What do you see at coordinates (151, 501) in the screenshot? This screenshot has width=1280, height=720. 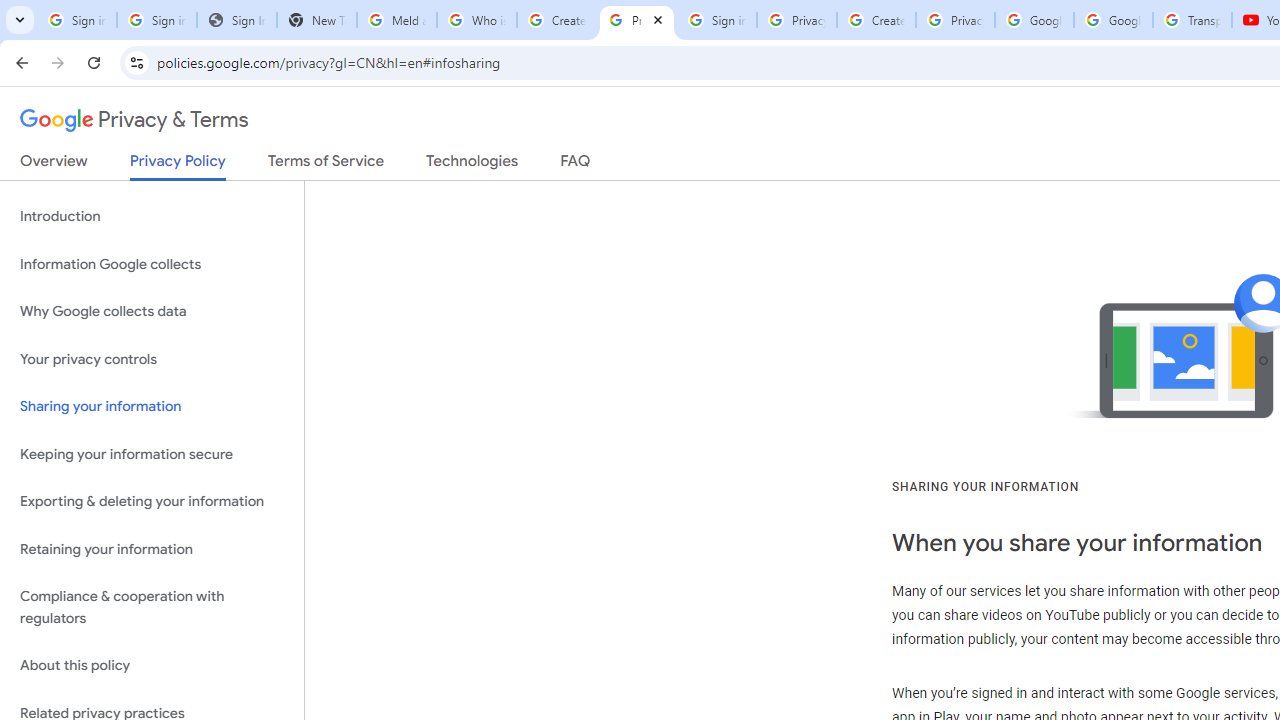 I see `'Exporting & deleting your information'` at bounding box center [151, 501].